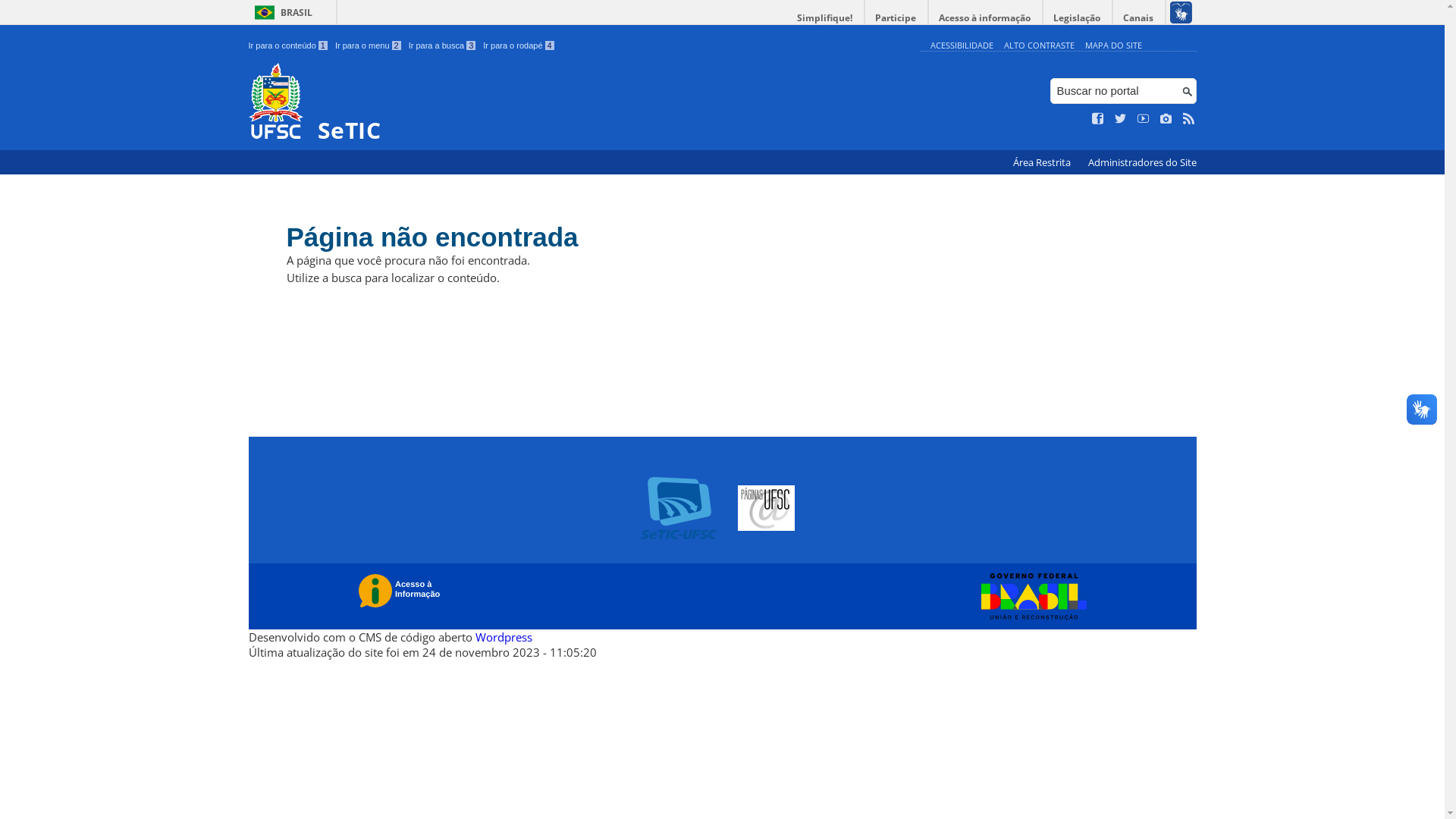 This screenshot has height=819, width=1456. I want to click on 'BRASIL', so click(281, 12).